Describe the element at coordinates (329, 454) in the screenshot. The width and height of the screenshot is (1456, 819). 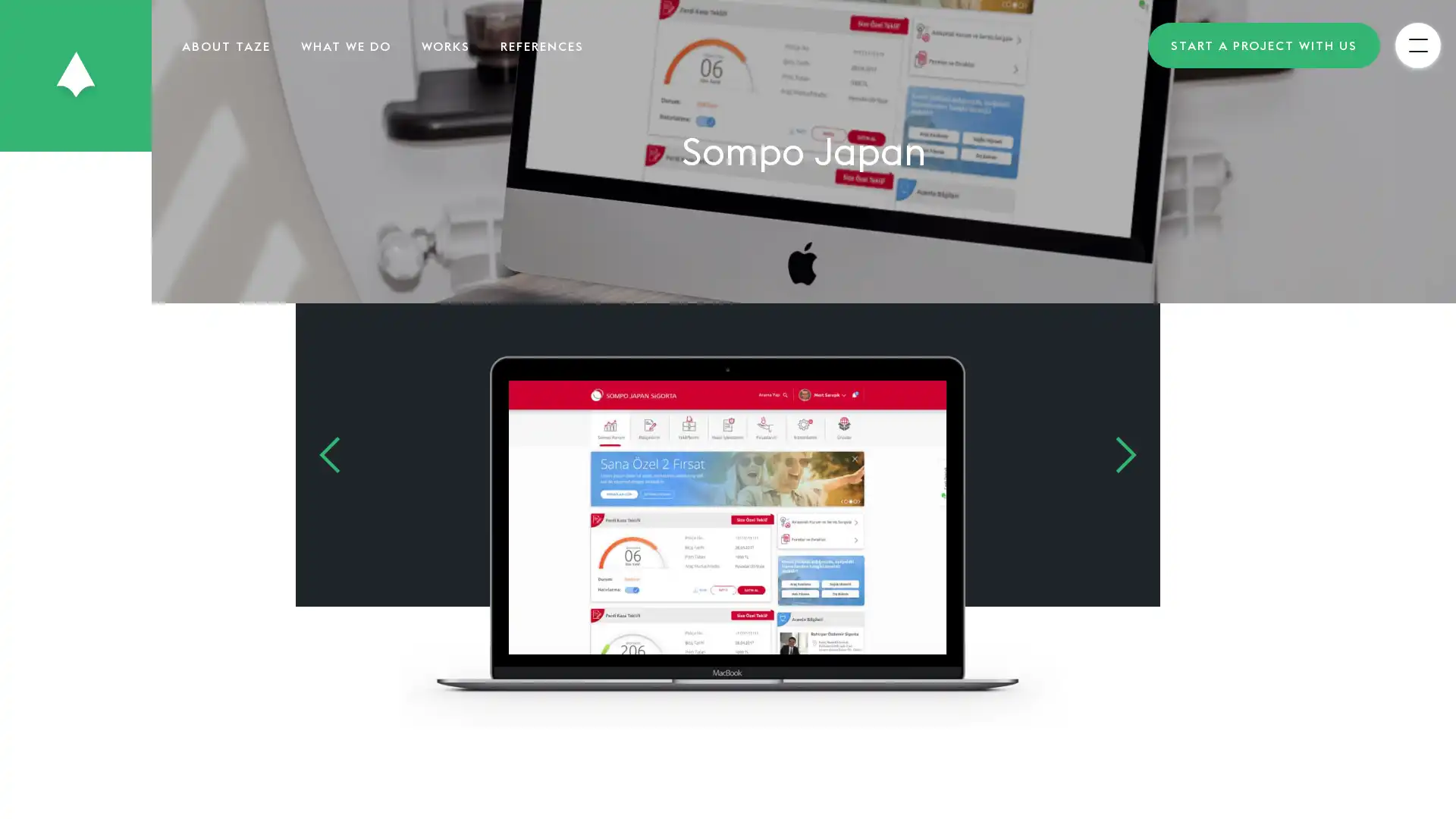
I see `Previous` at that location.